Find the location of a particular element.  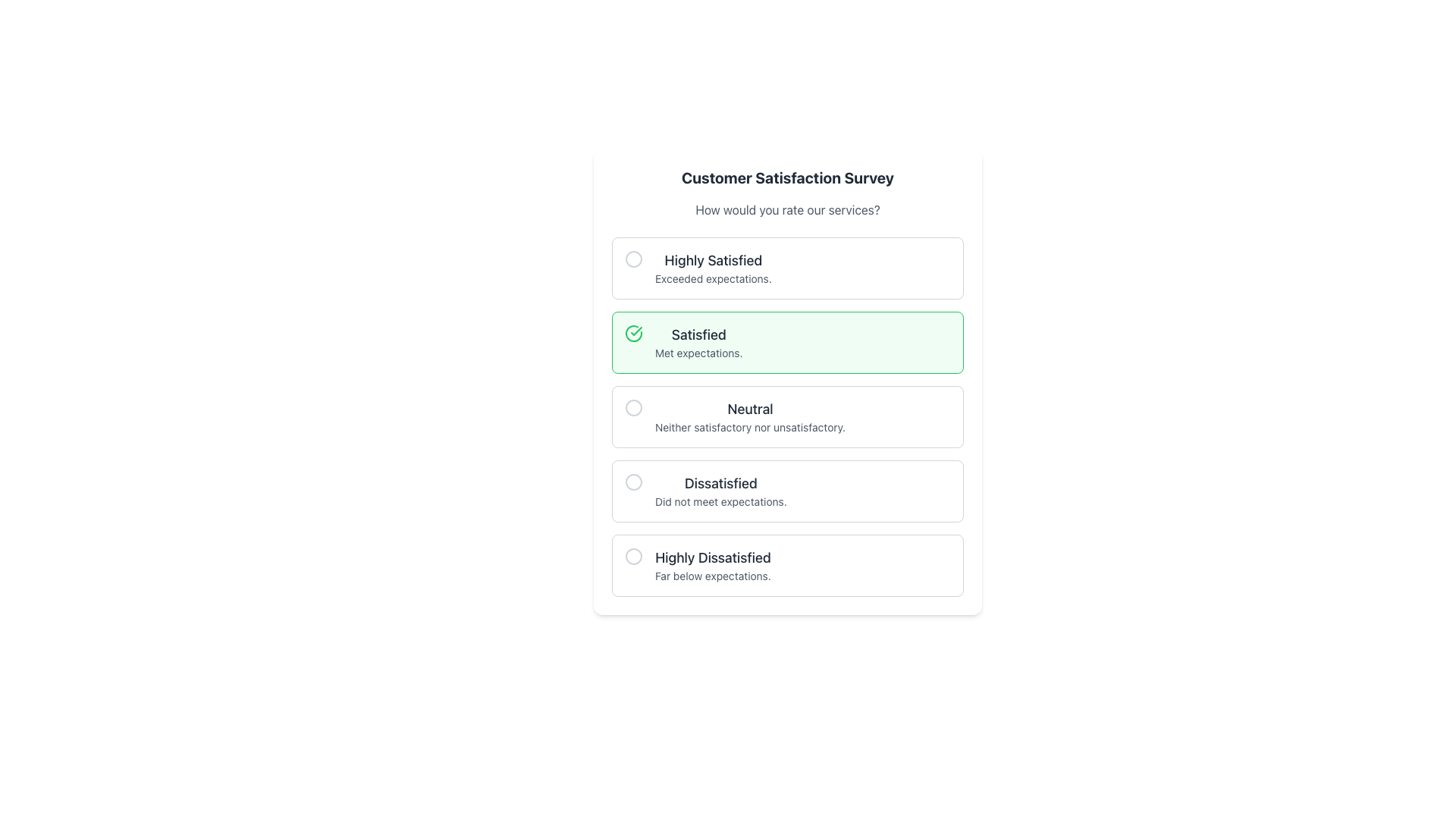

the text label 'Satisfied' which indicates the selected satisfaction level in the Customer Satisfaction Survey, located within the second selectable option highlighted with a light green background is located at coordinates (698, 334).